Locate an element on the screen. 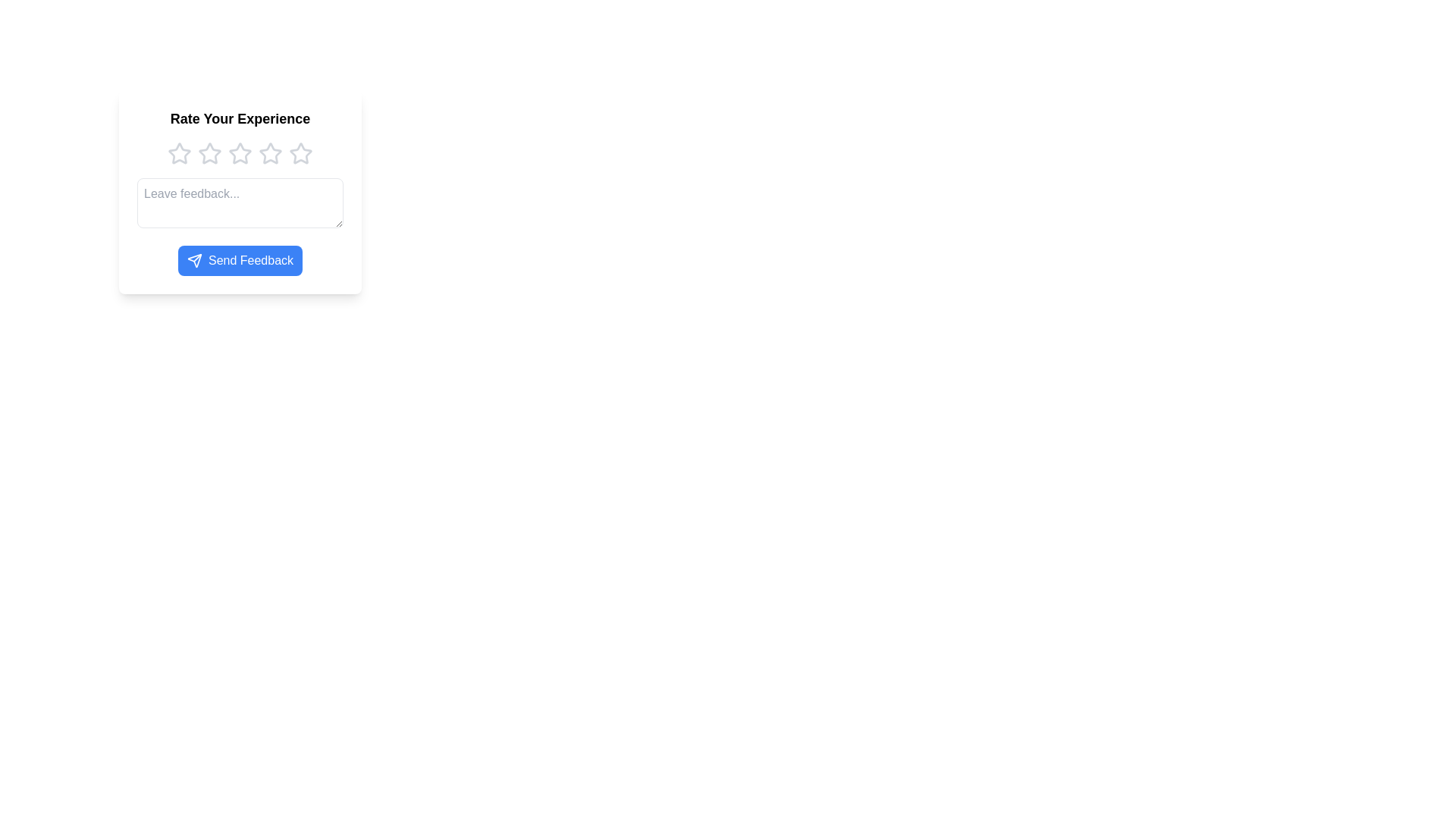 The height and width of the screenshot is (819, 1456). the fourth star-shaped icon from the left in the row of five icons below the text 'Rate Your Experience' is located at coordinates (270, 154).